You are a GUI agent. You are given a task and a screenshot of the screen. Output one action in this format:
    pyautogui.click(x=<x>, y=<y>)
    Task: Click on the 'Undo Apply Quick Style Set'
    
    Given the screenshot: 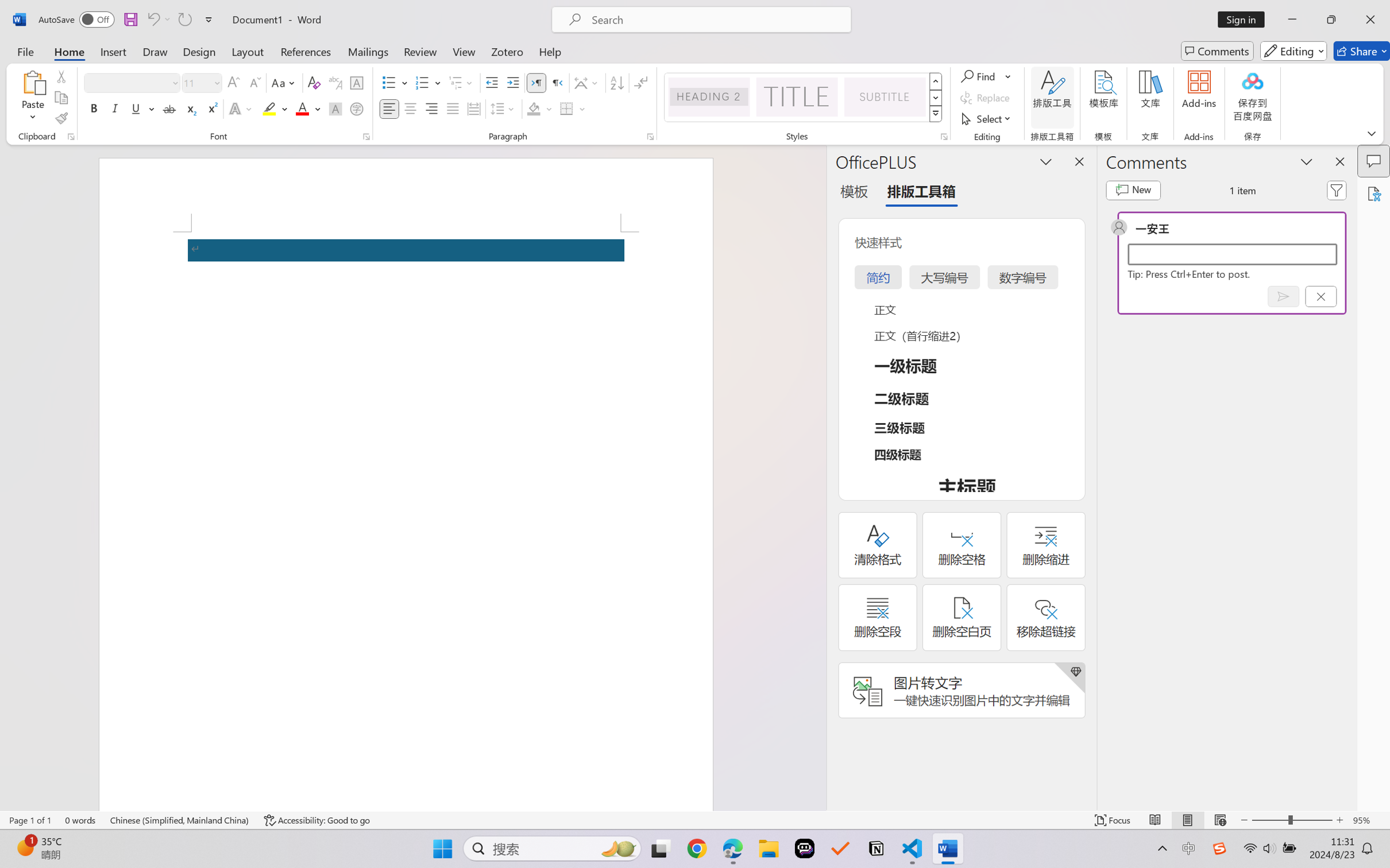 What is the action you would take?
    pyautogui.click(x=157, y=19)
    